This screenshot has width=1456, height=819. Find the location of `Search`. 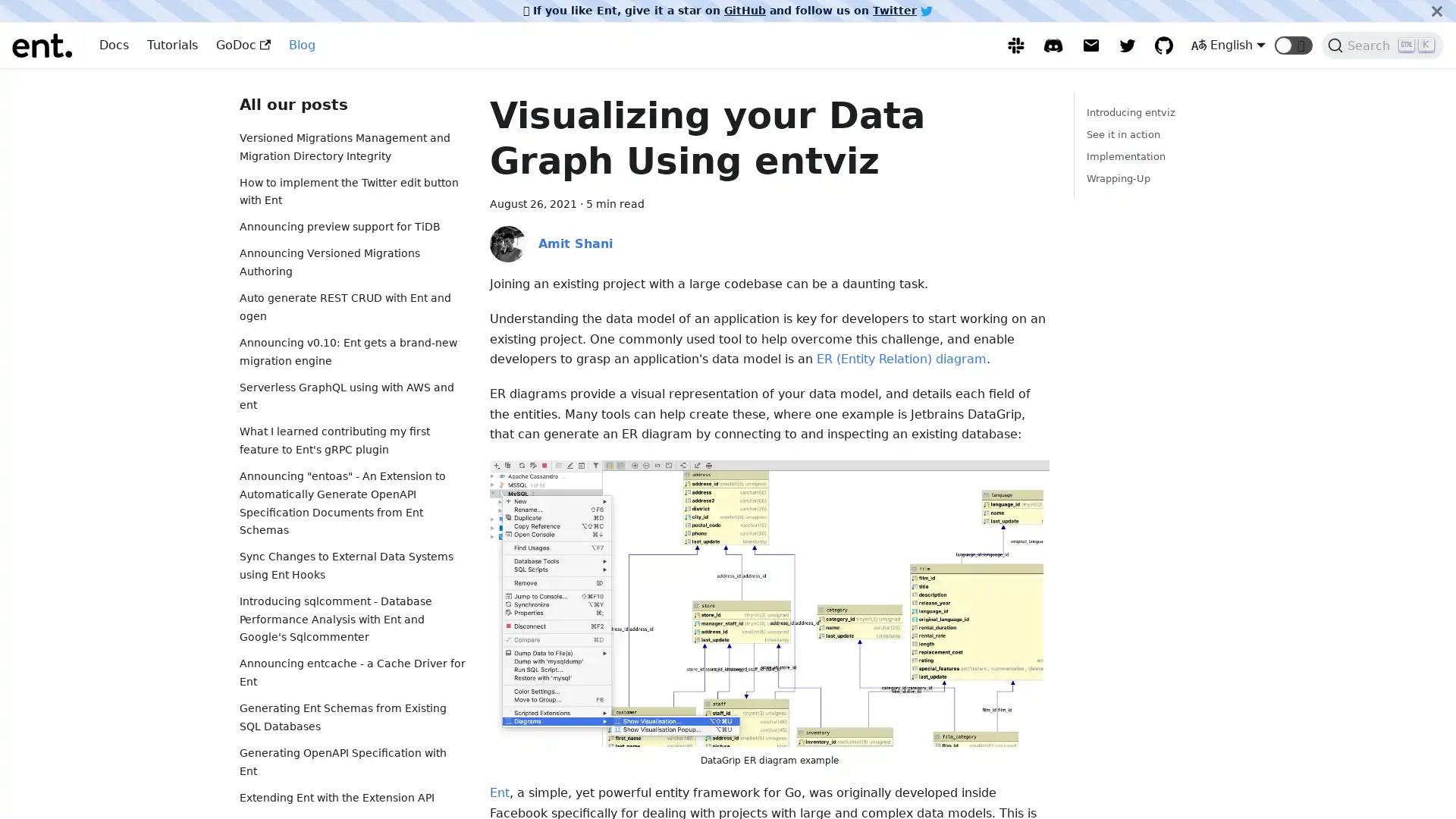

Search is located at coordinates (1382, 45).